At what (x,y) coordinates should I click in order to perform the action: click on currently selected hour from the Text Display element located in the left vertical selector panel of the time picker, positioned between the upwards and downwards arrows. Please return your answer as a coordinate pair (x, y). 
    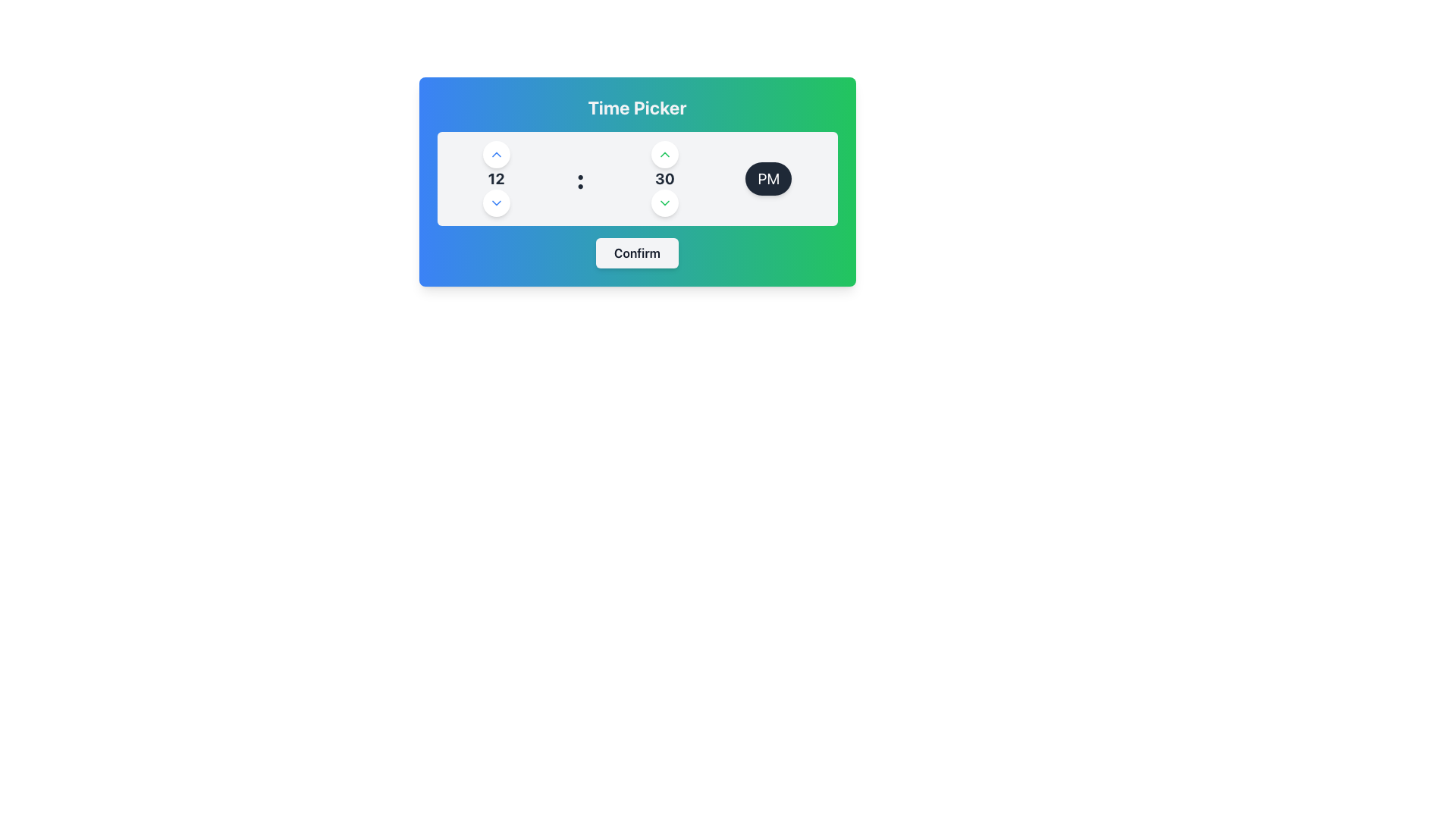
    Looking at the image, I should click on (496, 177).